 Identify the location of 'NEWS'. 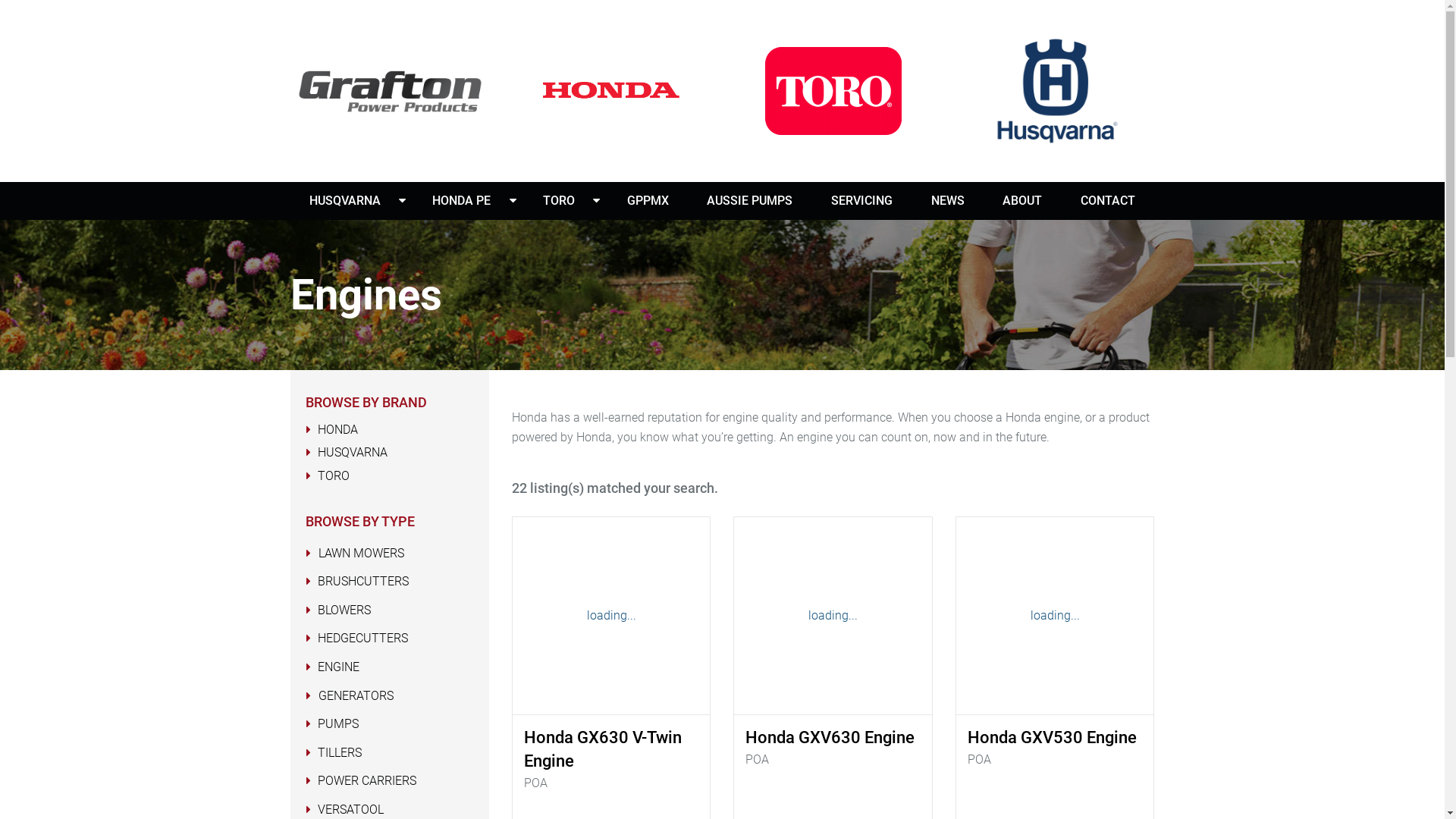
(946, 200).